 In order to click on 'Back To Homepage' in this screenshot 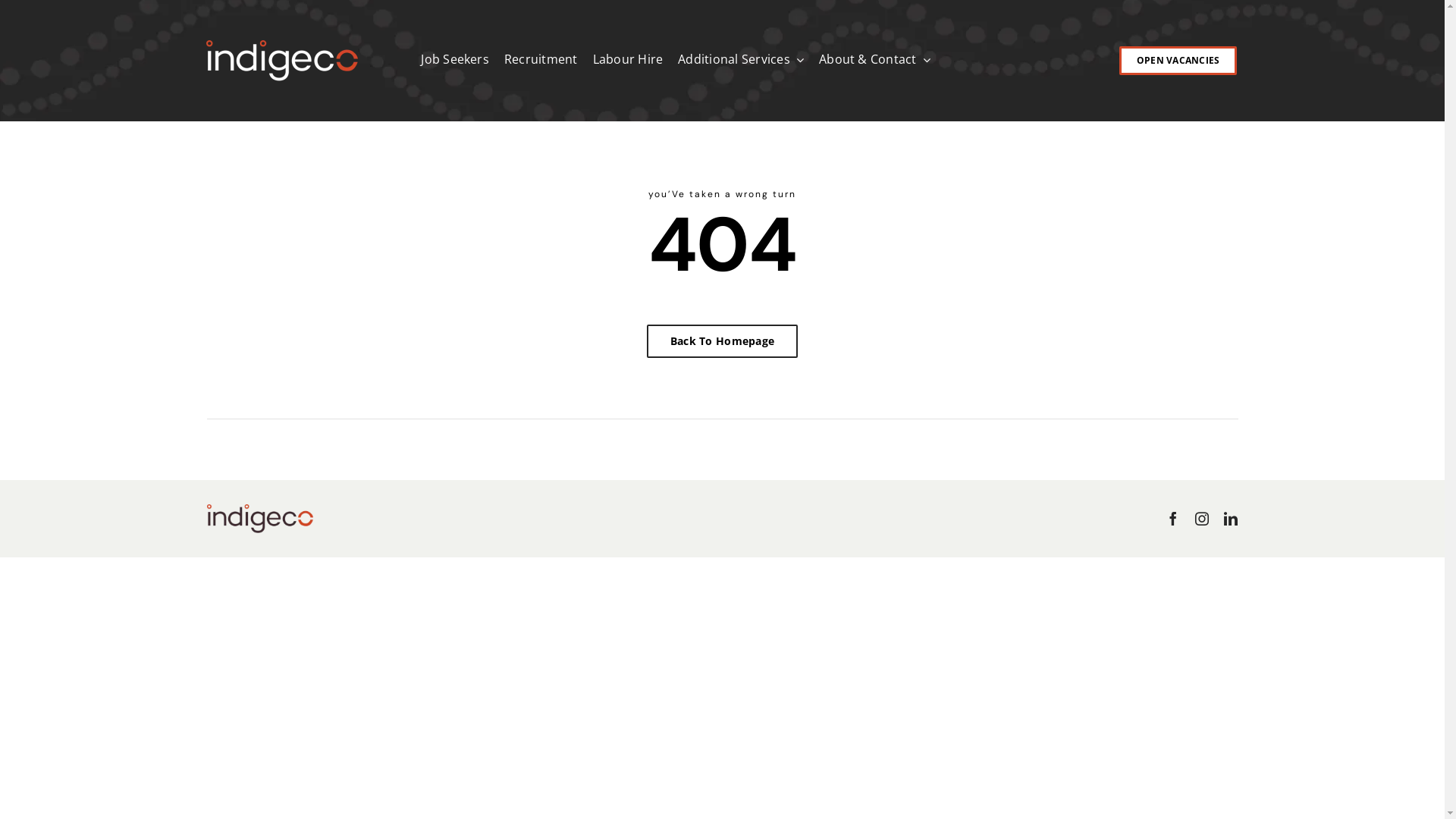, I will do `click(647, 341)`.